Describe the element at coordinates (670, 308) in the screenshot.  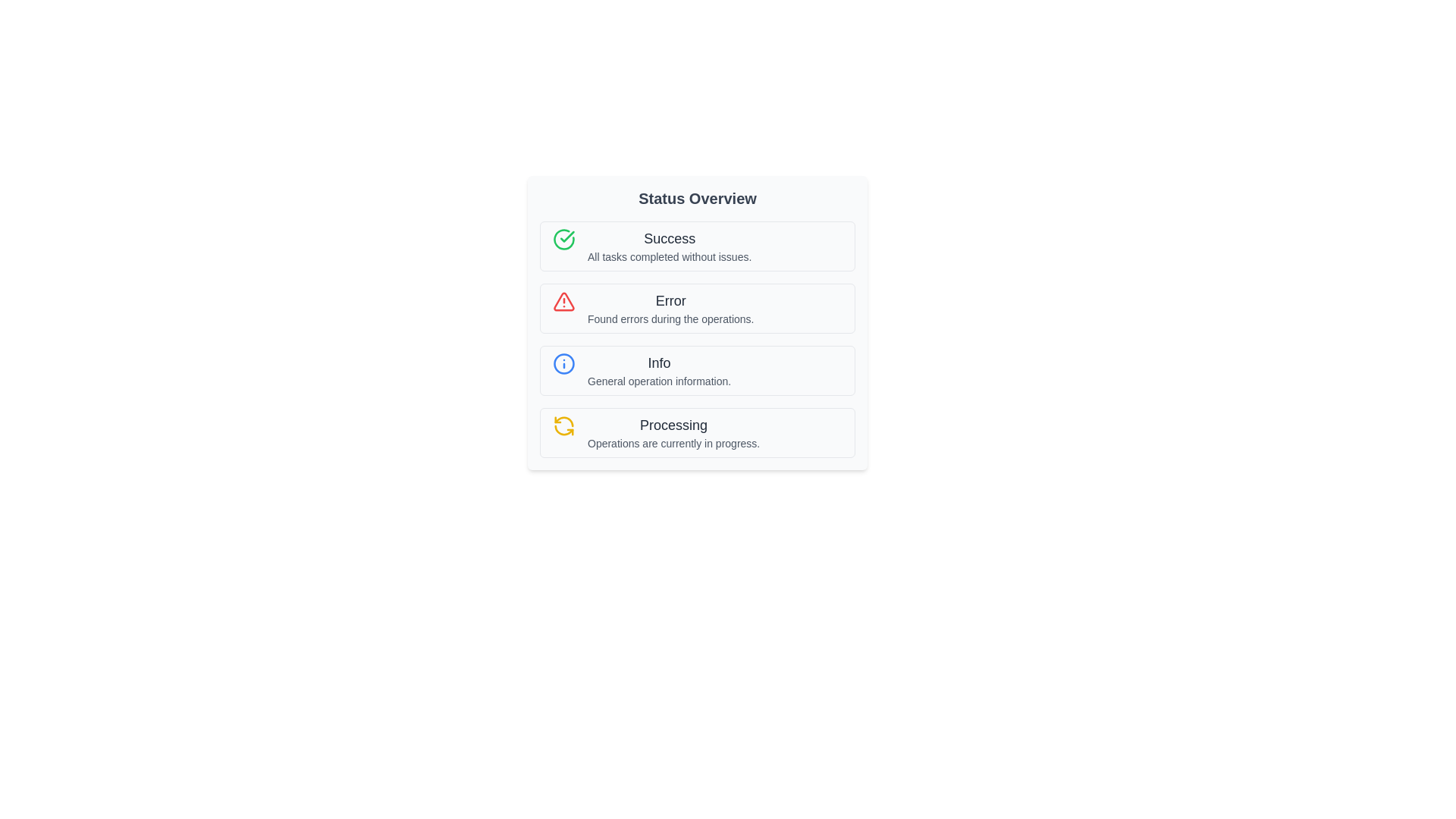
I see `the error message text label that displays error notifications, located in the second row of a vertical list, centrally aligned between the 'Success' and 'Info' elements` at that location.